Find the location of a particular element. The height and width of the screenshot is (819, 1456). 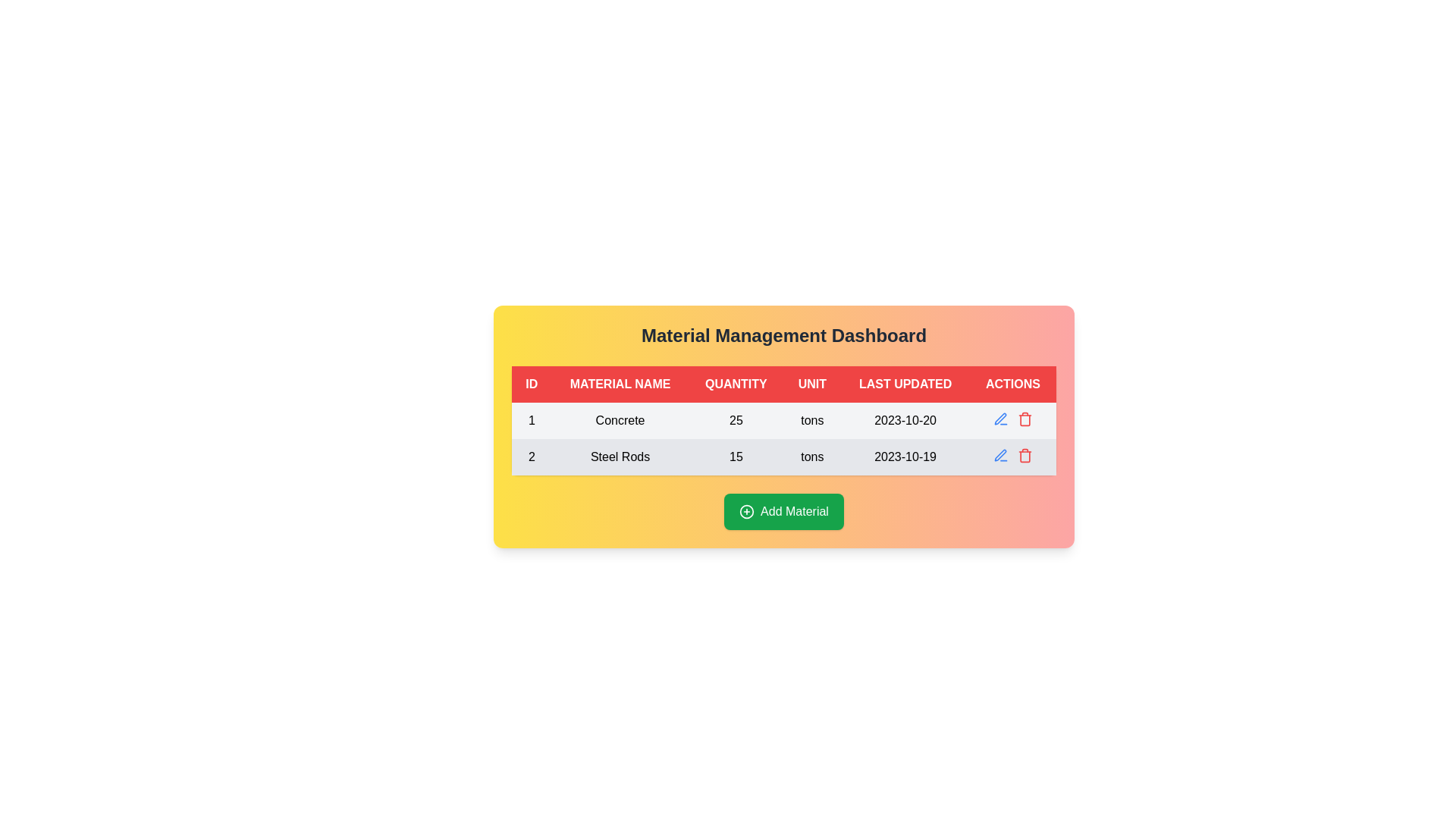

the 'Material Name' column header in the table, which is the second column header located between the 'ID' and 'QUANTITY' columns is located at coordinates (620, 383).